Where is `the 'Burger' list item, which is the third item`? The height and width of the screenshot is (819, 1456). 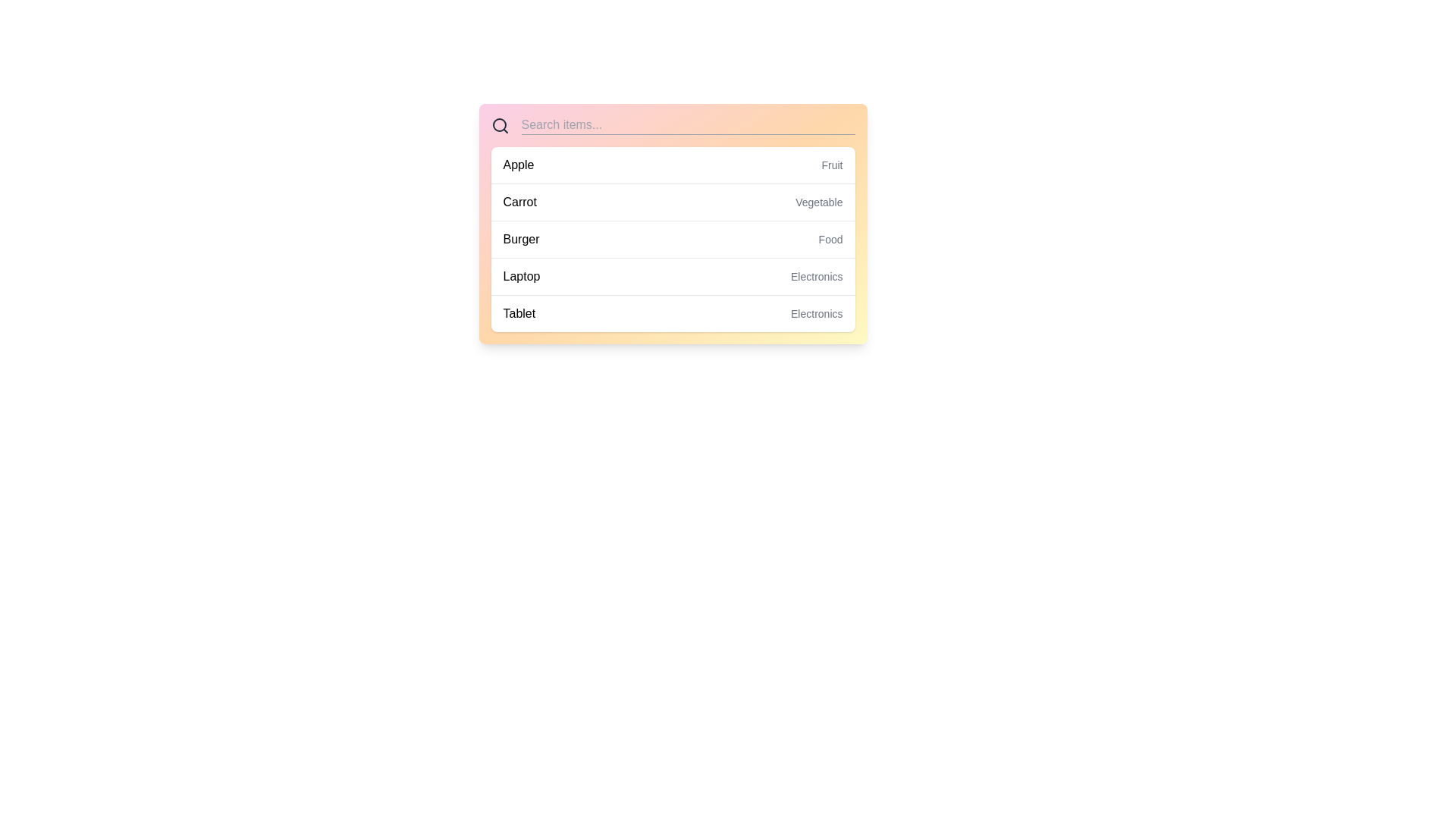
the 'Burger' list item, which is the third item is located at coordinates (672, 224).